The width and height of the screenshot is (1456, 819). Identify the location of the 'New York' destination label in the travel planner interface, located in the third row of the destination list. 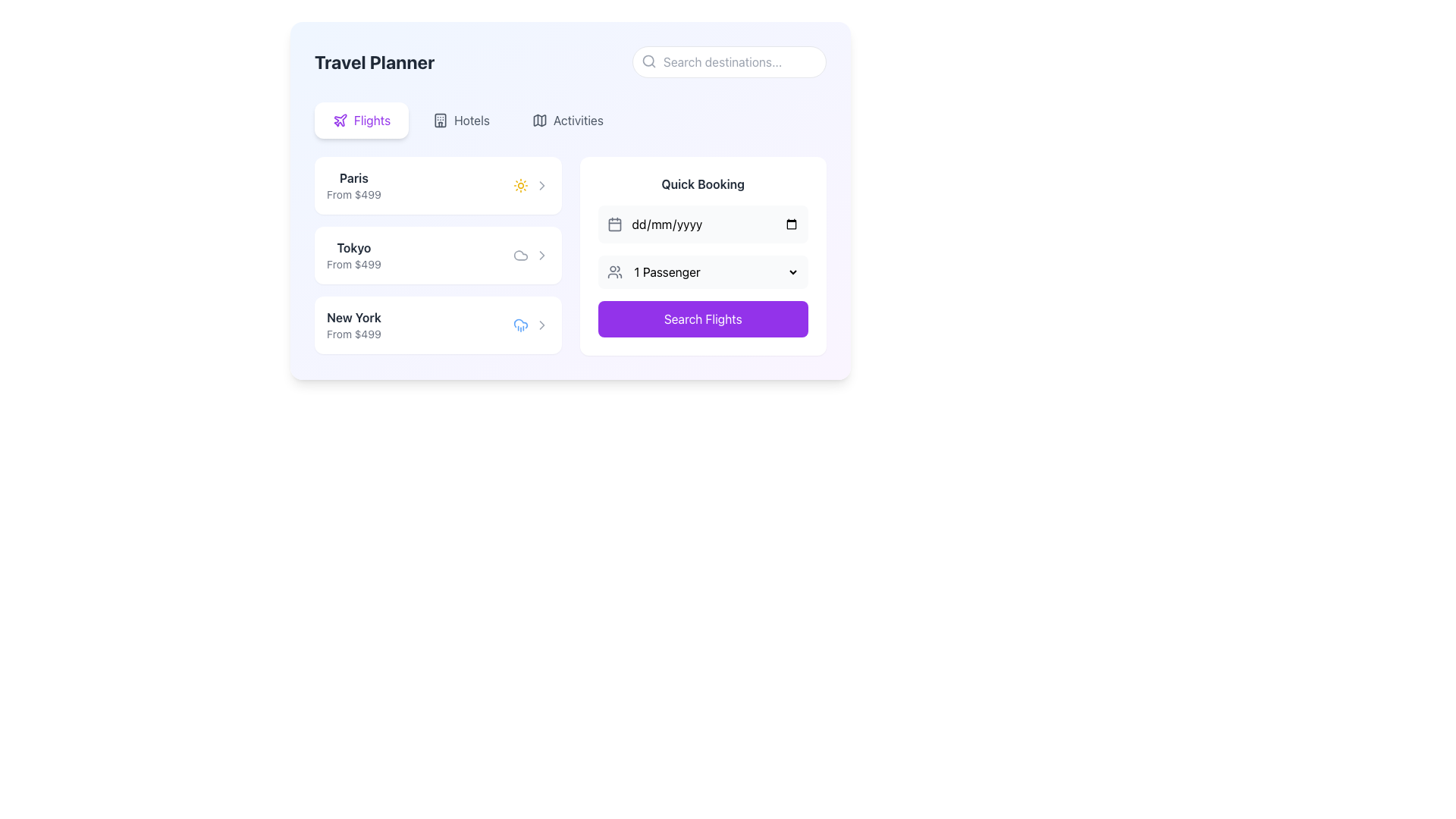
(353, 317).